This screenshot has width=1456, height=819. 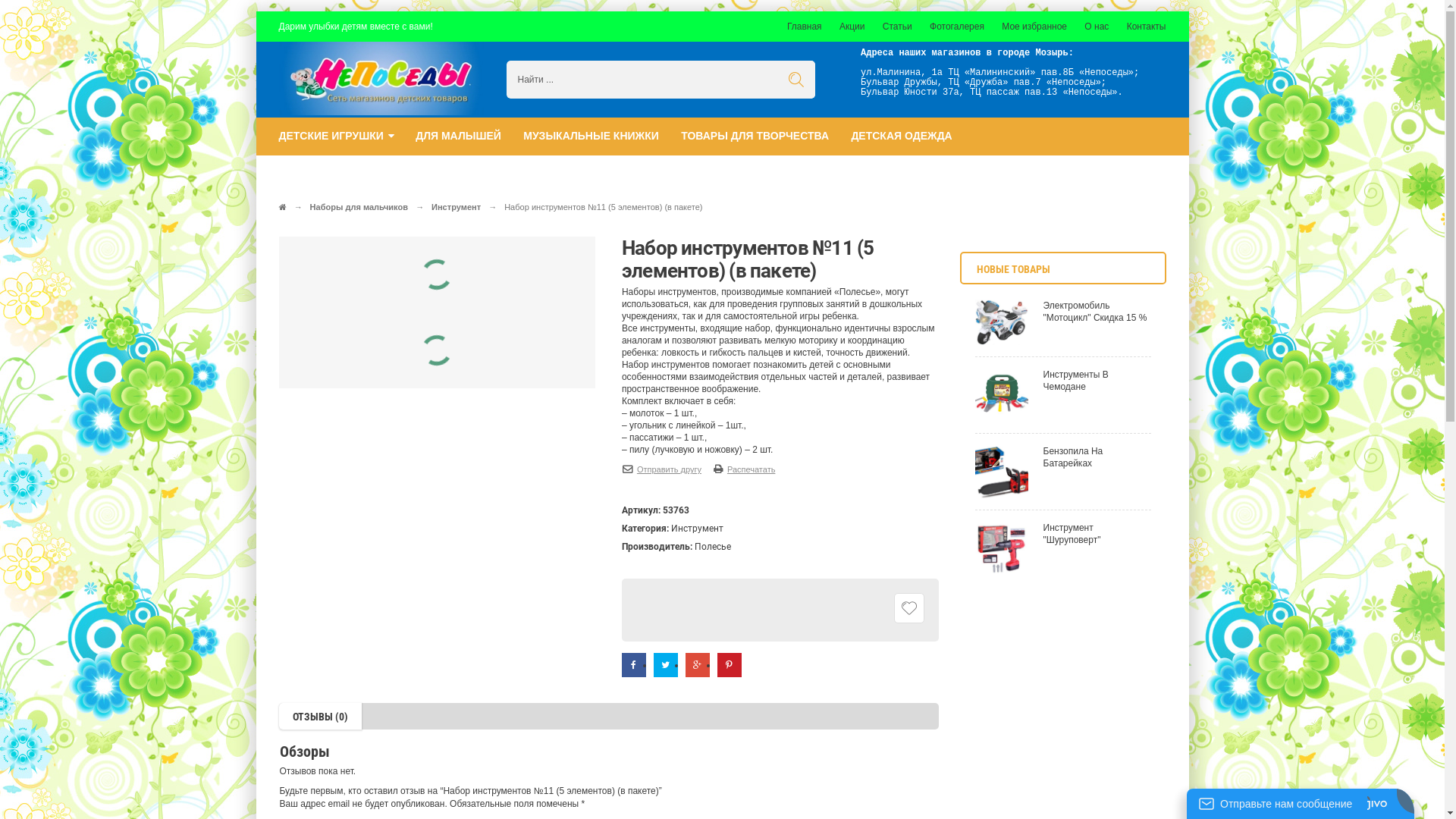 I want to click on '53763-2', so click(x=397, y=352).